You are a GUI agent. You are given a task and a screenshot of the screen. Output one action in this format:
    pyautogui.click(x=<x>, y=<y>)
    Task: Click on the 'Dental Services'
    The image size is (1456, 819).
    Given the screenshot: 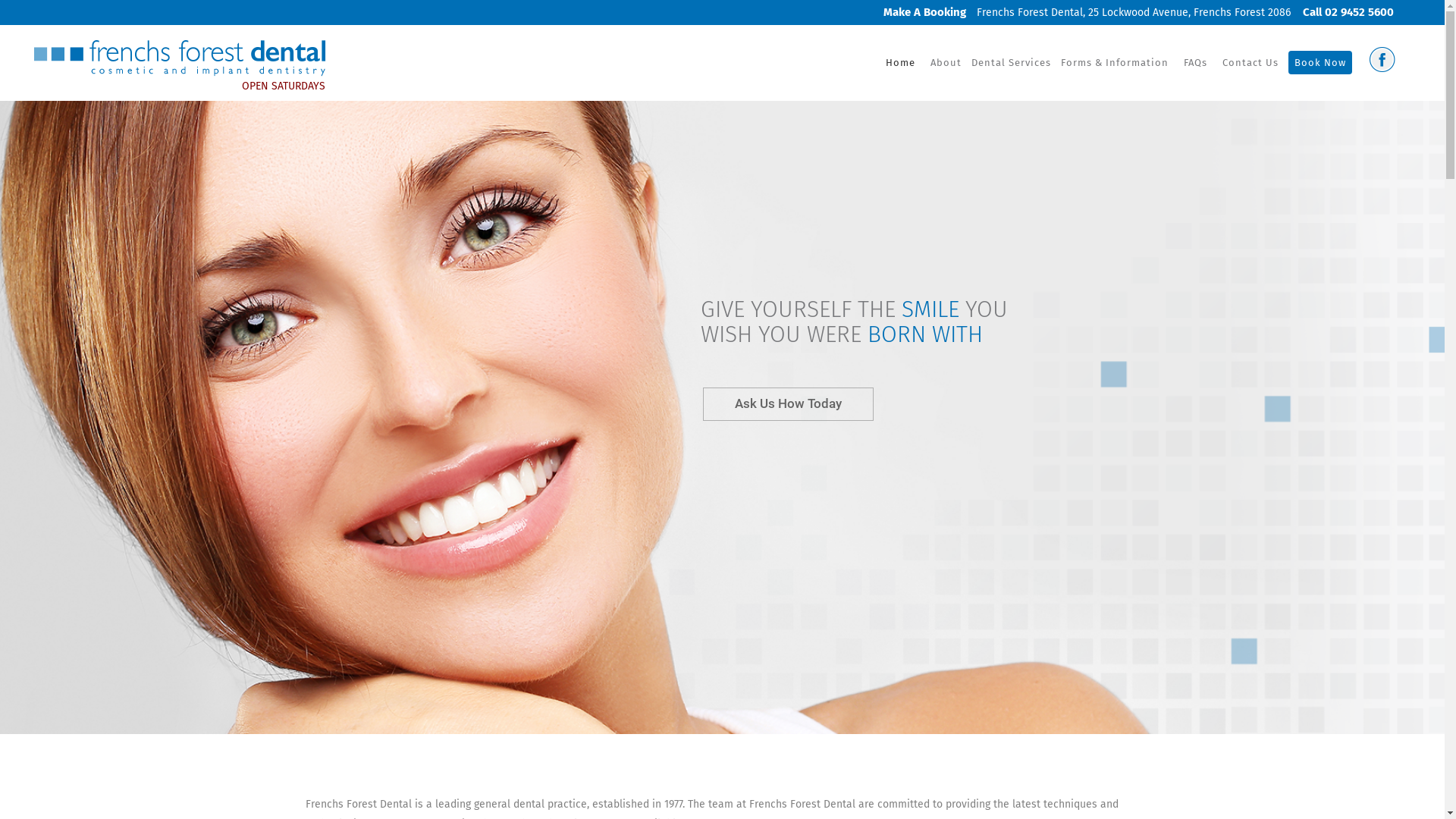 What is the action you would take?
    pyautogui.click(x=968, y=62)
    